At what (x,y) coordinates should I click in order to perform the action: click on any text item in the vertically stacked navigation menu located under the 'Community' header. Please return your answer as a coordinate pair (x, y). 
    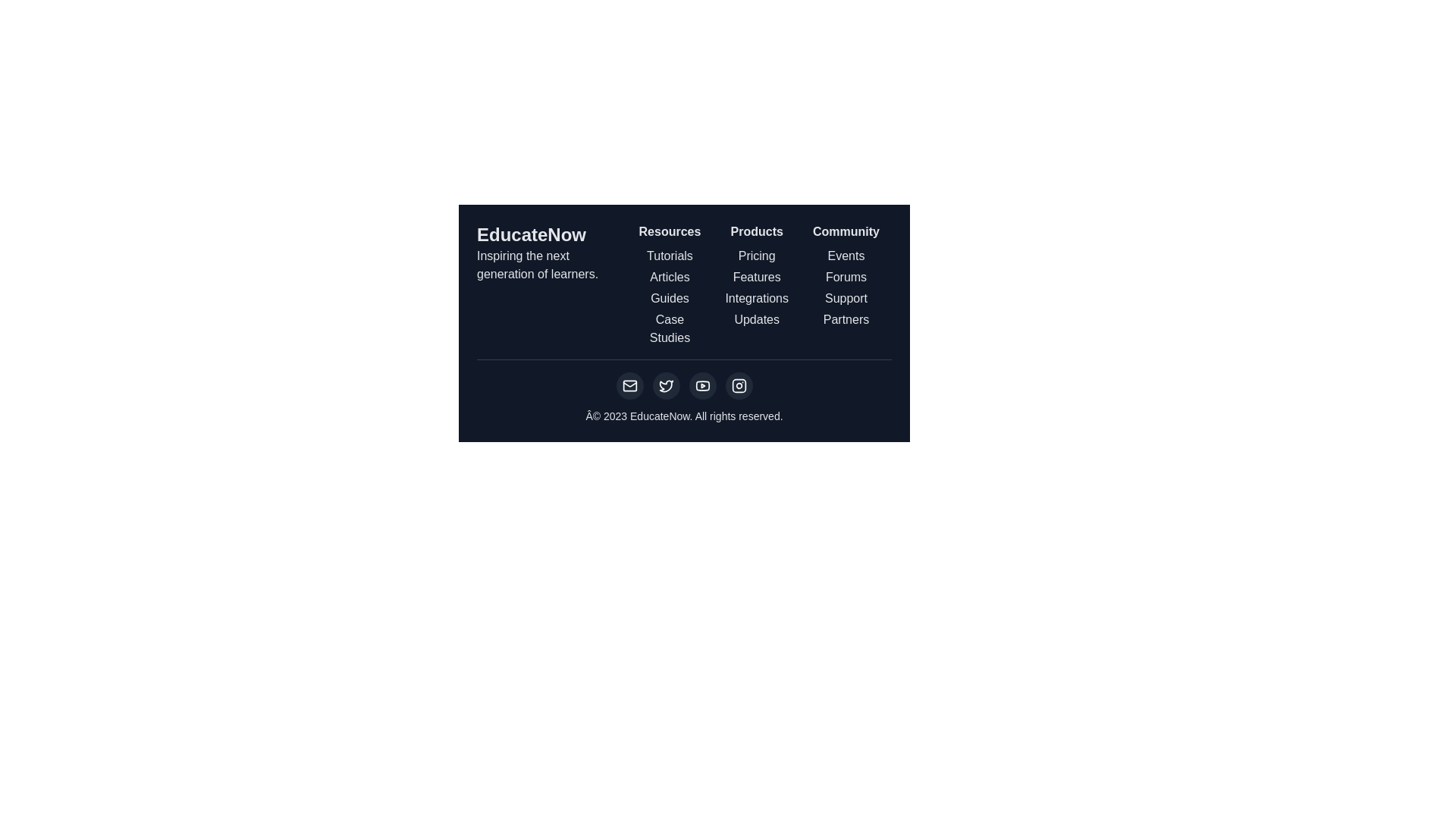
    Looking at the image, I should click on (846, 288).